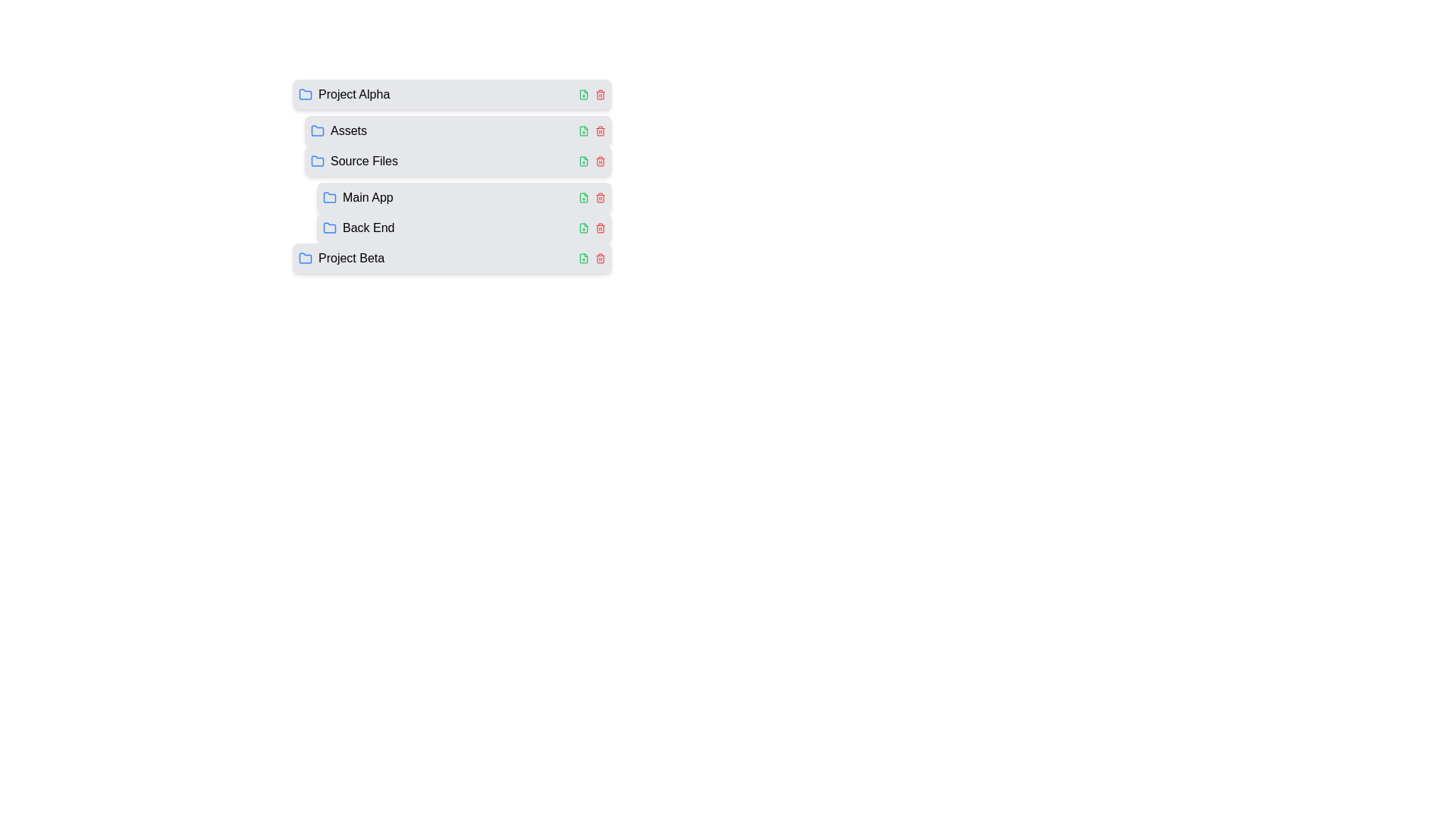 This screenshot has width=1456, height=819. I want to click on the folder icon with wavy blue strokes, located adjacent, so click(329, 196).